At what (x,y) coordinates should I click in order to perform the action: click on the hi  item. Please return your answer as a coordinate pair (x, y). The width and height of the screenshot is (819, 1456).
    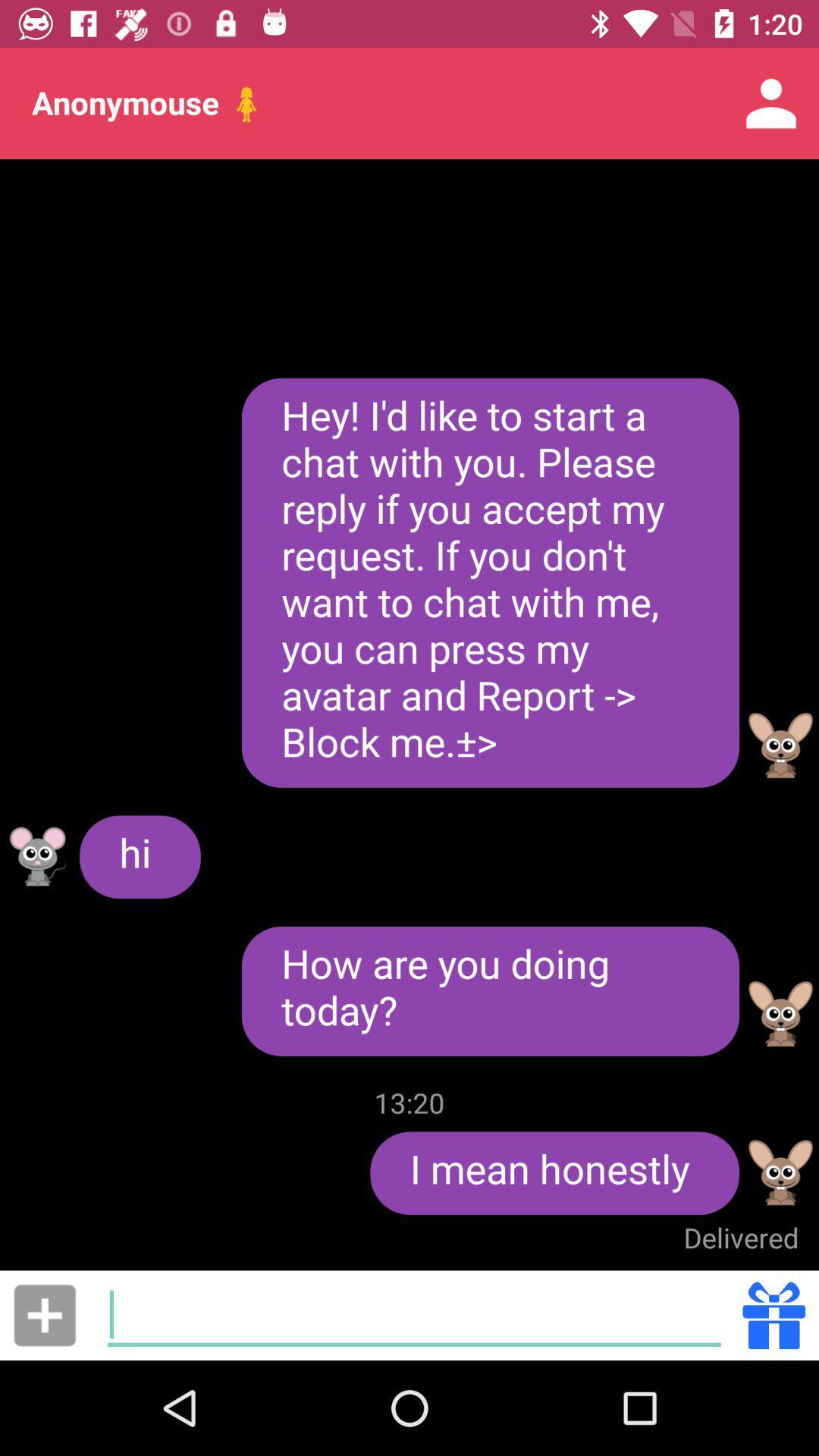
    Looking at the image, I should click on (140, 857).